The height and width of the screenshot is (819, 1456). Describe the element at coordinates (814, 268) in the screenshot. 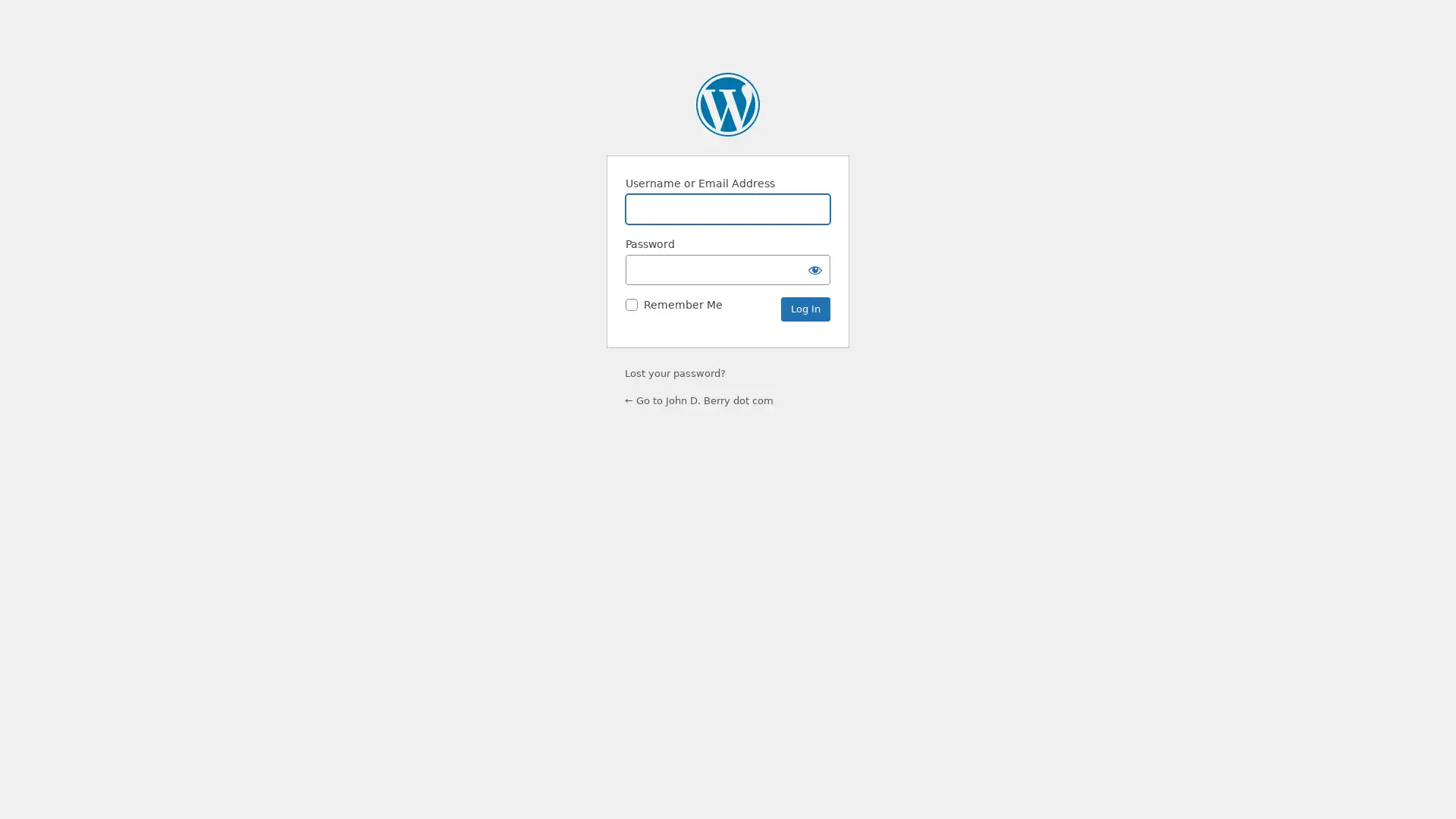

I see `Show password` at that location.